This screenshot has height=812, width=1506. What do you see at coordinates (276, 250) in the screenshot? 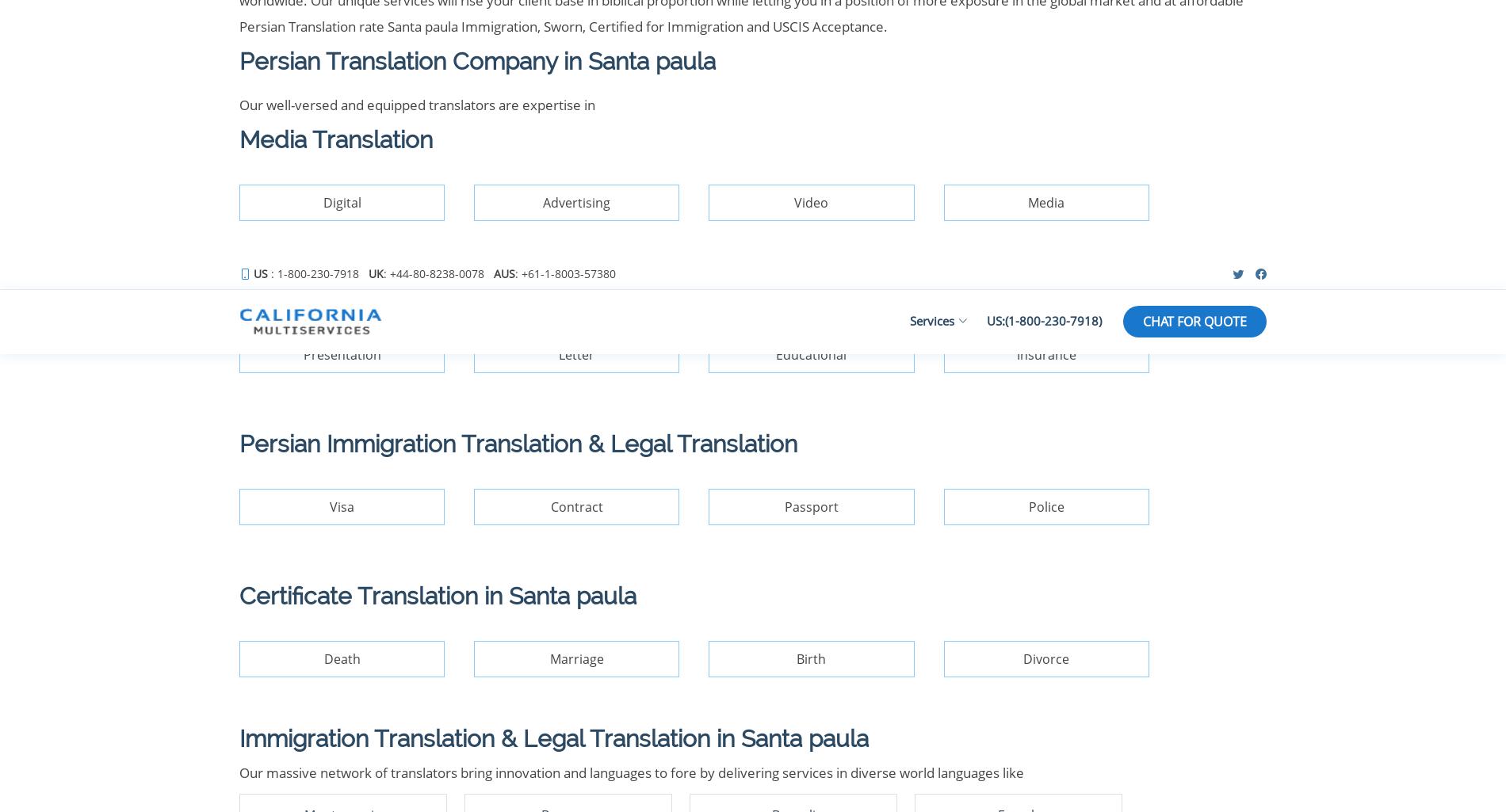
I see `'Our Services'` at bounding box center [276, 250].